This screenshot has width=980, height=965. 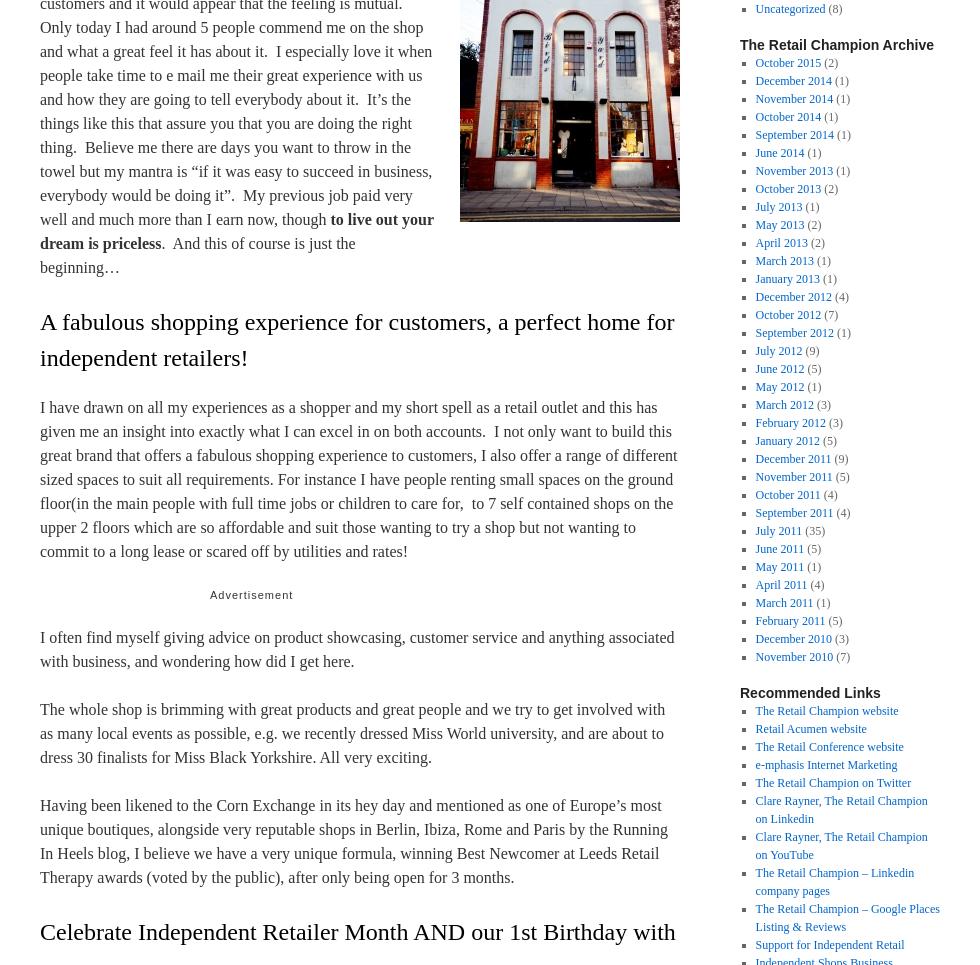 I want to click on 'October 2012', so click(x=788, y=313).